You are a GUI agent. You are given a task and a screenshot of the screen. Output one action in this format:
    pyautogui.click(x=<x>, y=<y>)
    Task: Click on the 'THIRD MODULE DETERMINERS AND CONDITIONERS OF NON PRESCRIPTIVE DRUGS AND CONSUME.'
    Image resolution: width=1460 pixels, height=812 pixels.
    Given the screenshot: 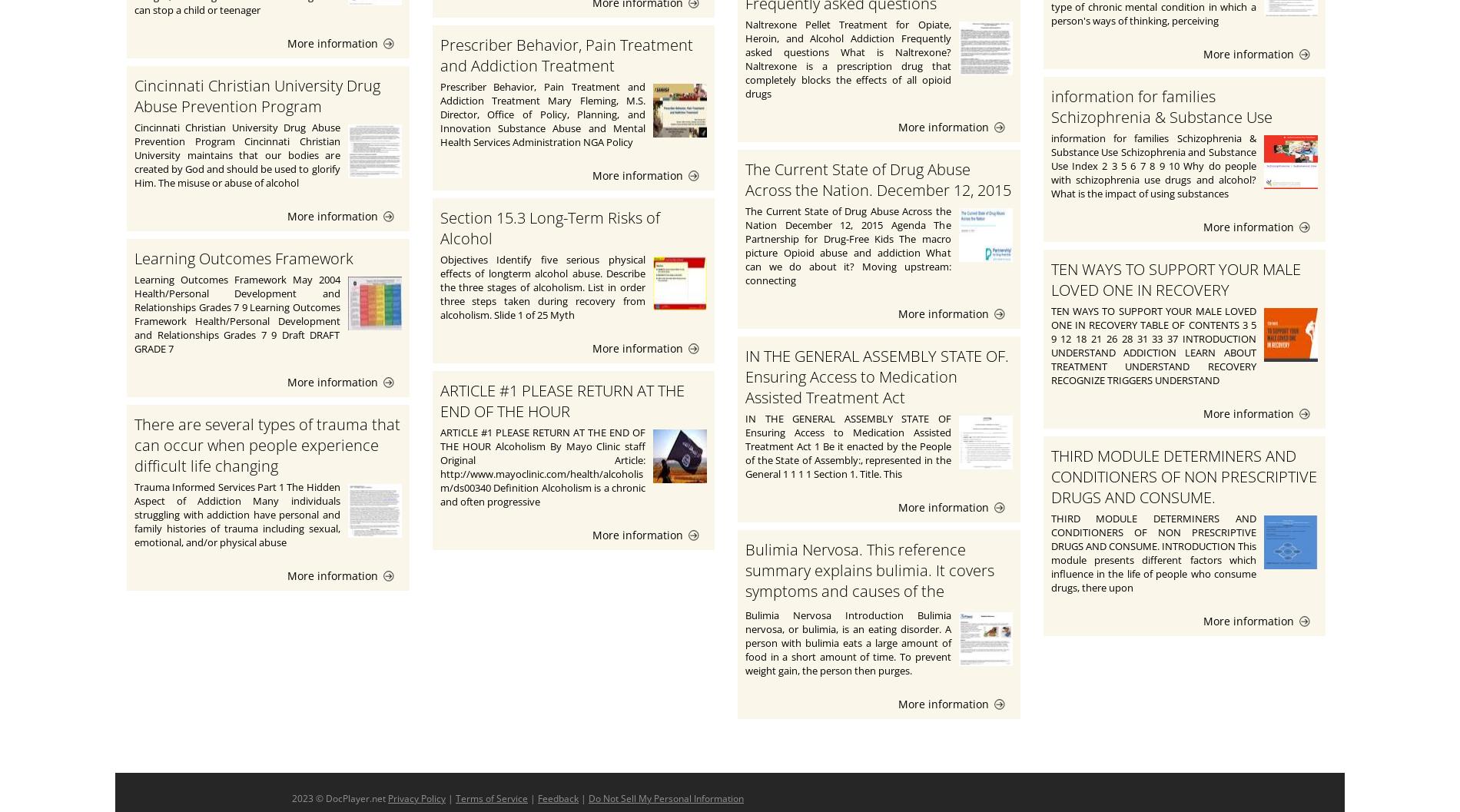 What is the action you would take?
    pyautogui.click(x=1050, y=476)
    